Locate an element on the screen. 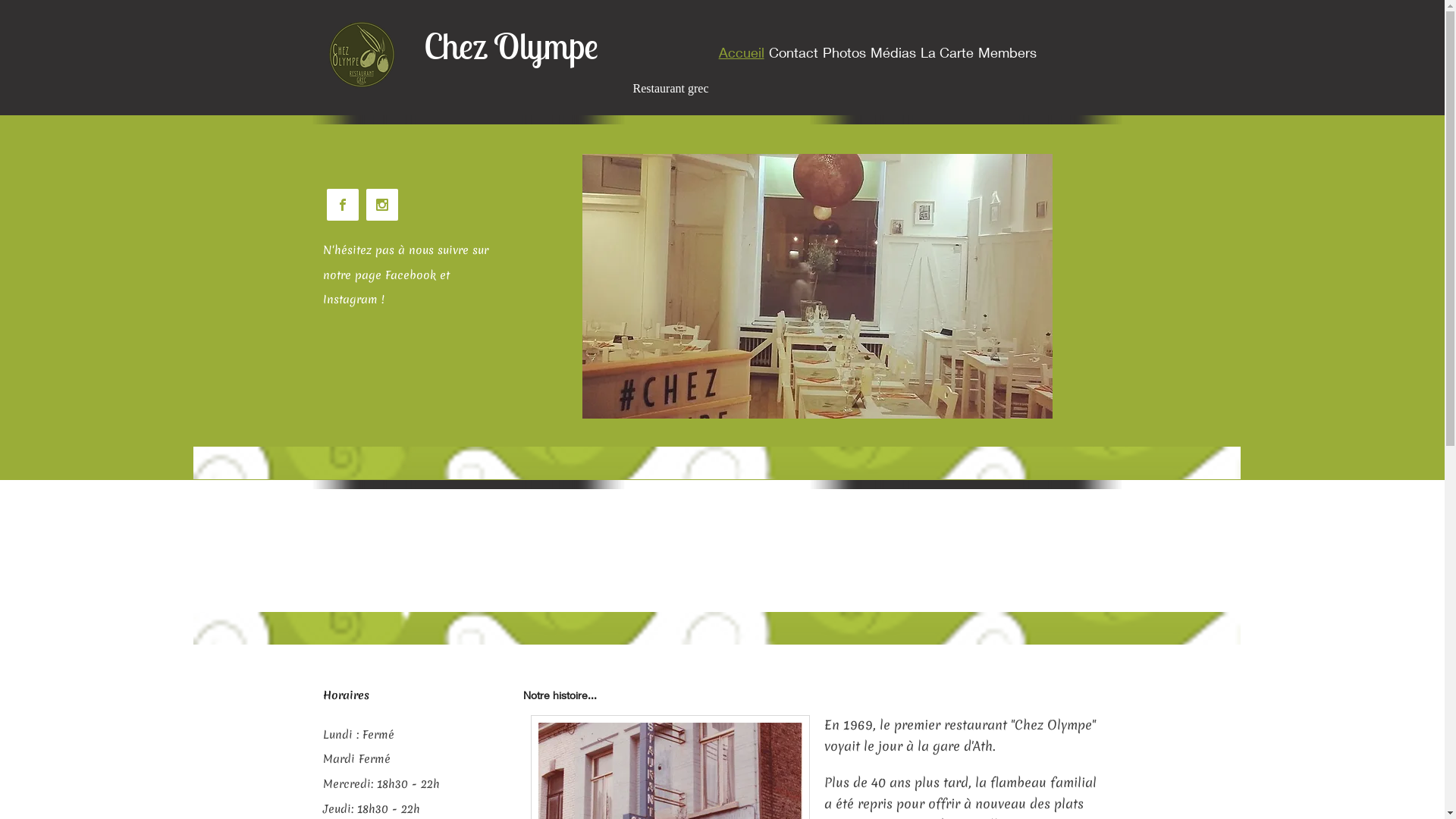 The width and height of the screenshot is (1456, 819). 'Embedded Content' is located at coordinates (418, 172).